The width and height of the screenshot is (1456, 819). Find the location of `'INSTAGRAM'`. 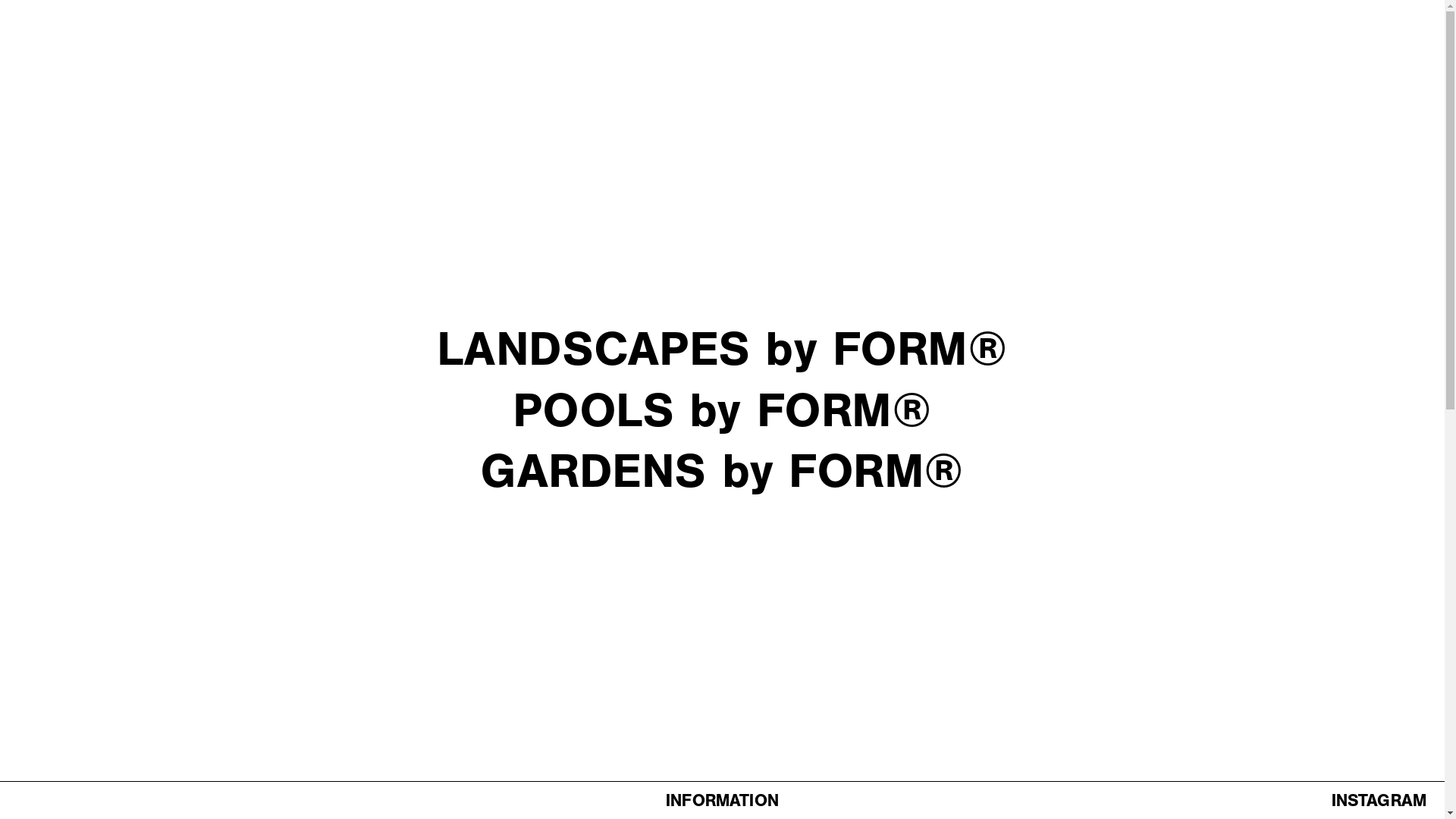

'INSTAGRAM' is located at coordinates (1331, 799).